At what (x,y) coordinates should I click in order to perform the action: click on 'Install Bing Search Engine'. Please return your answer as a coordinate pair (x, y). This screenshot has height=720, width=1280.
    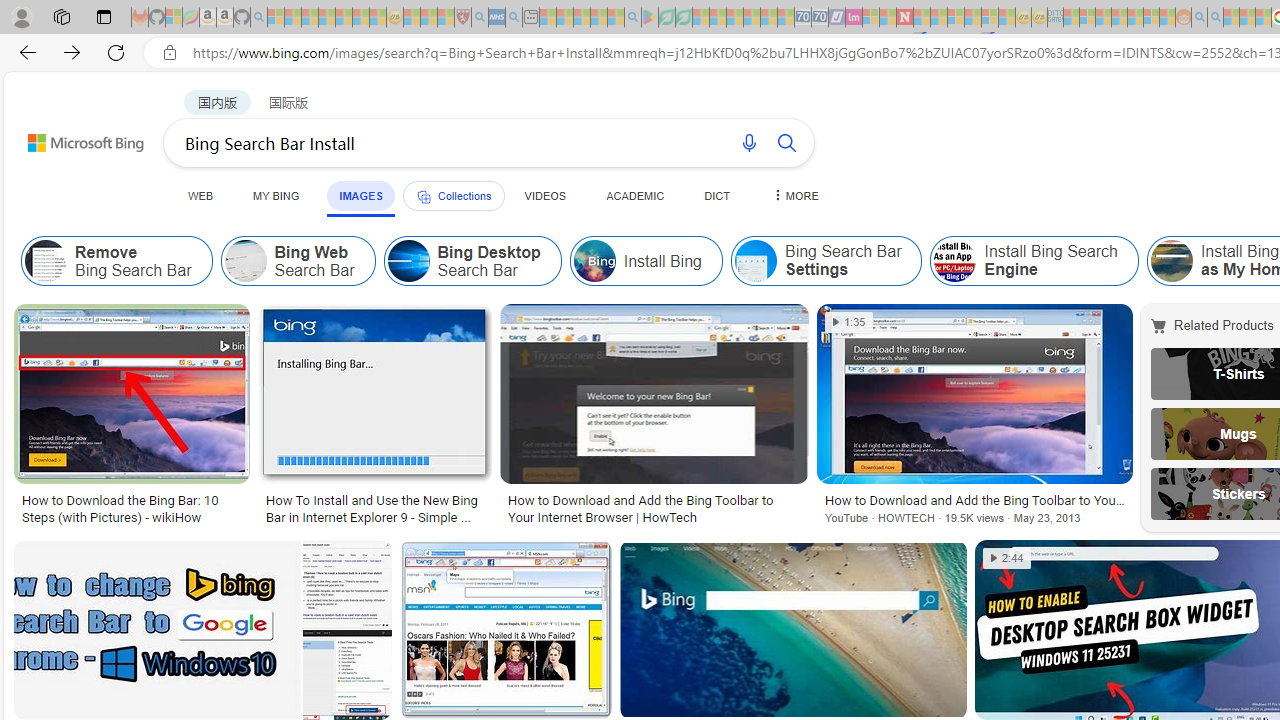
    Looking at the image, I should click on (1034, 260).